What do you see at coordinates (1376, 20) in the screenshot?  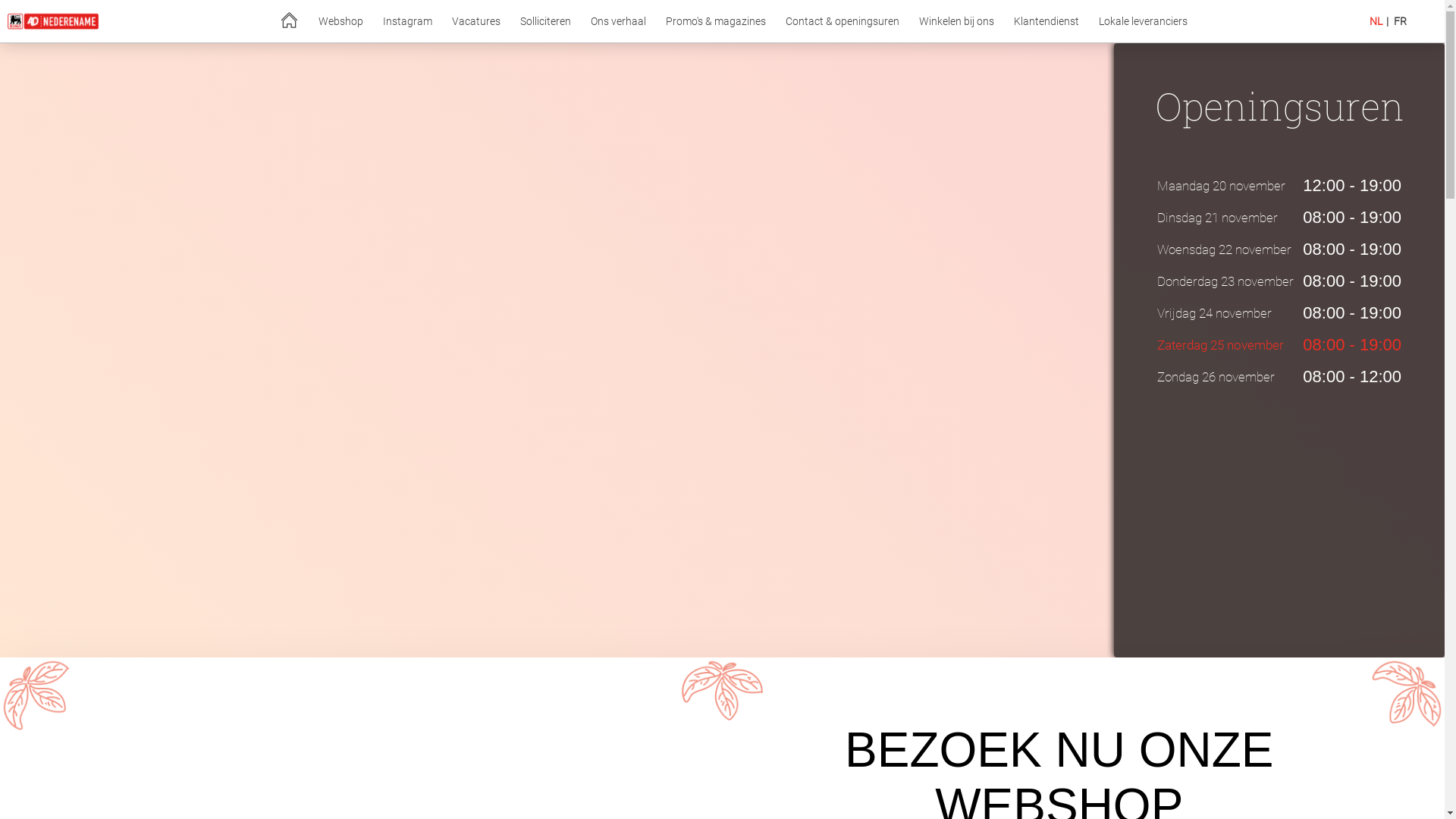 I see `'NL'` at bounding box center [1376, 20].